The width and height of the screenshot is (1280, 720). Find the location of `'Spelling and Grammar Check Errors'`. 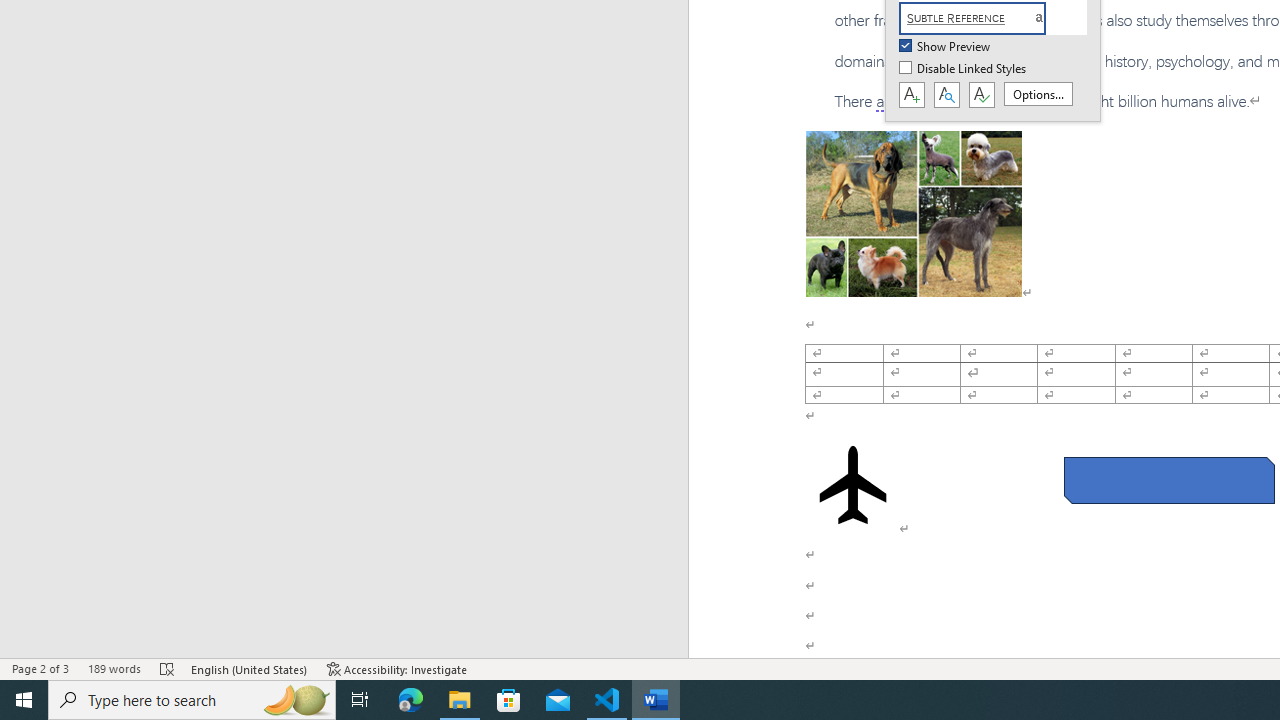

'Spelling and Grammar Check Errors' is located at coordinates (168, 669).